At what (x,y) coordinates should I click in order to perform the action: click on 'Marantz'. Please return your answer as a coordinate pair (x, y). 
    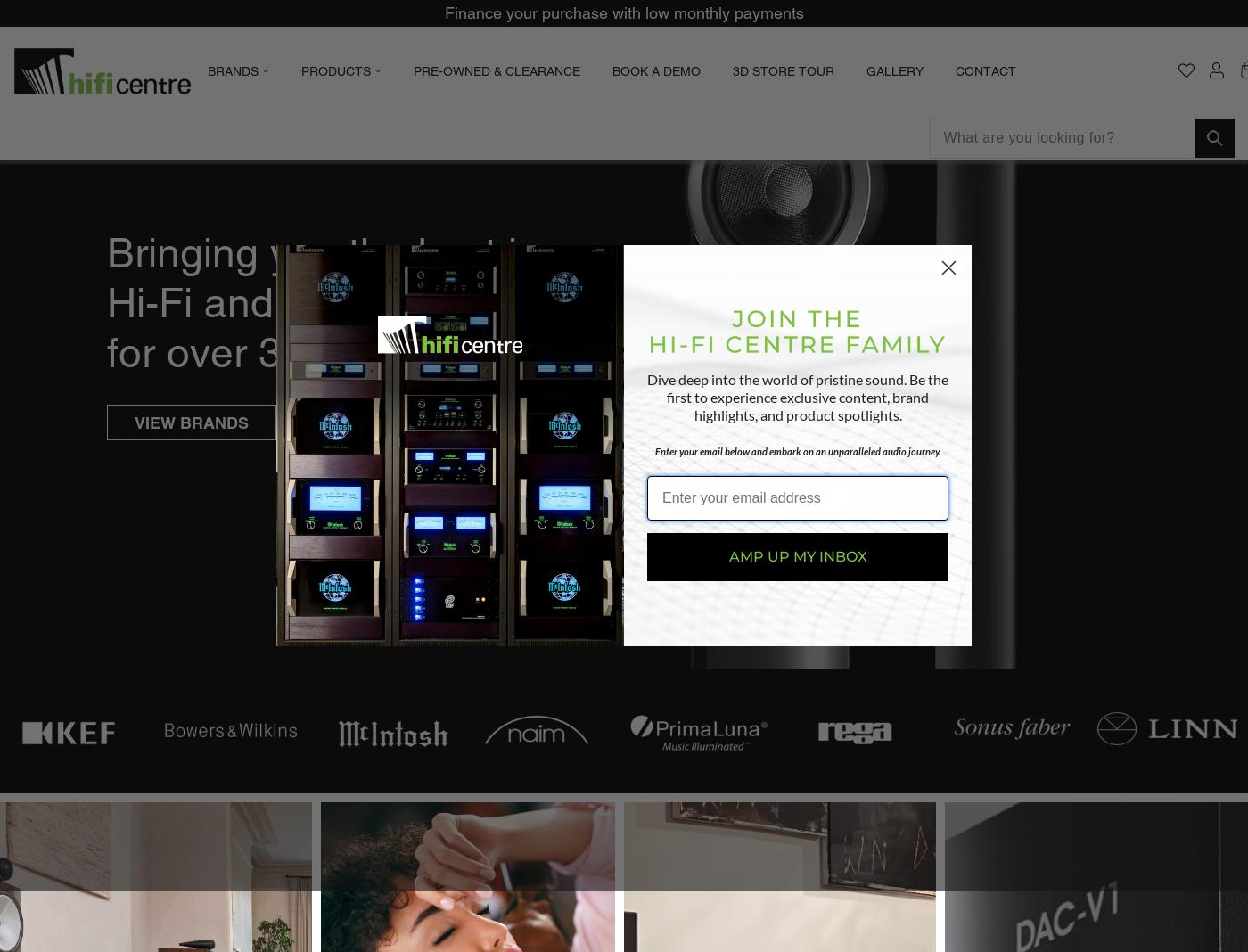
    Looking at the image, I should click on (662, 235).